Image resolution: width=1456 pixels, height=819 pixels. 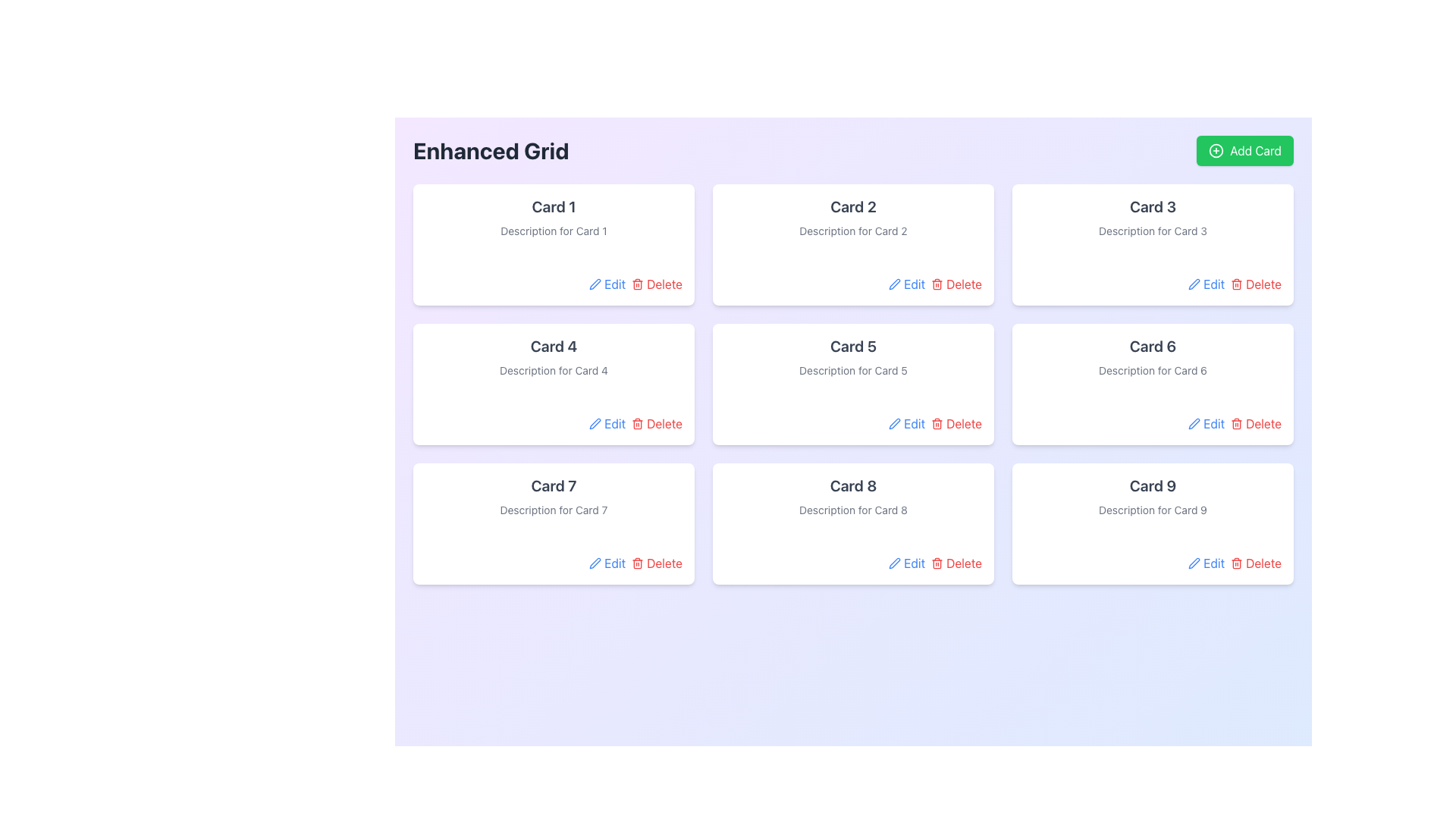 I want to click on the Text Display element that shows the title and description for the associated card, located in the top-left corner of the grid layout above 'Card 4', so click(x=553, y=217).